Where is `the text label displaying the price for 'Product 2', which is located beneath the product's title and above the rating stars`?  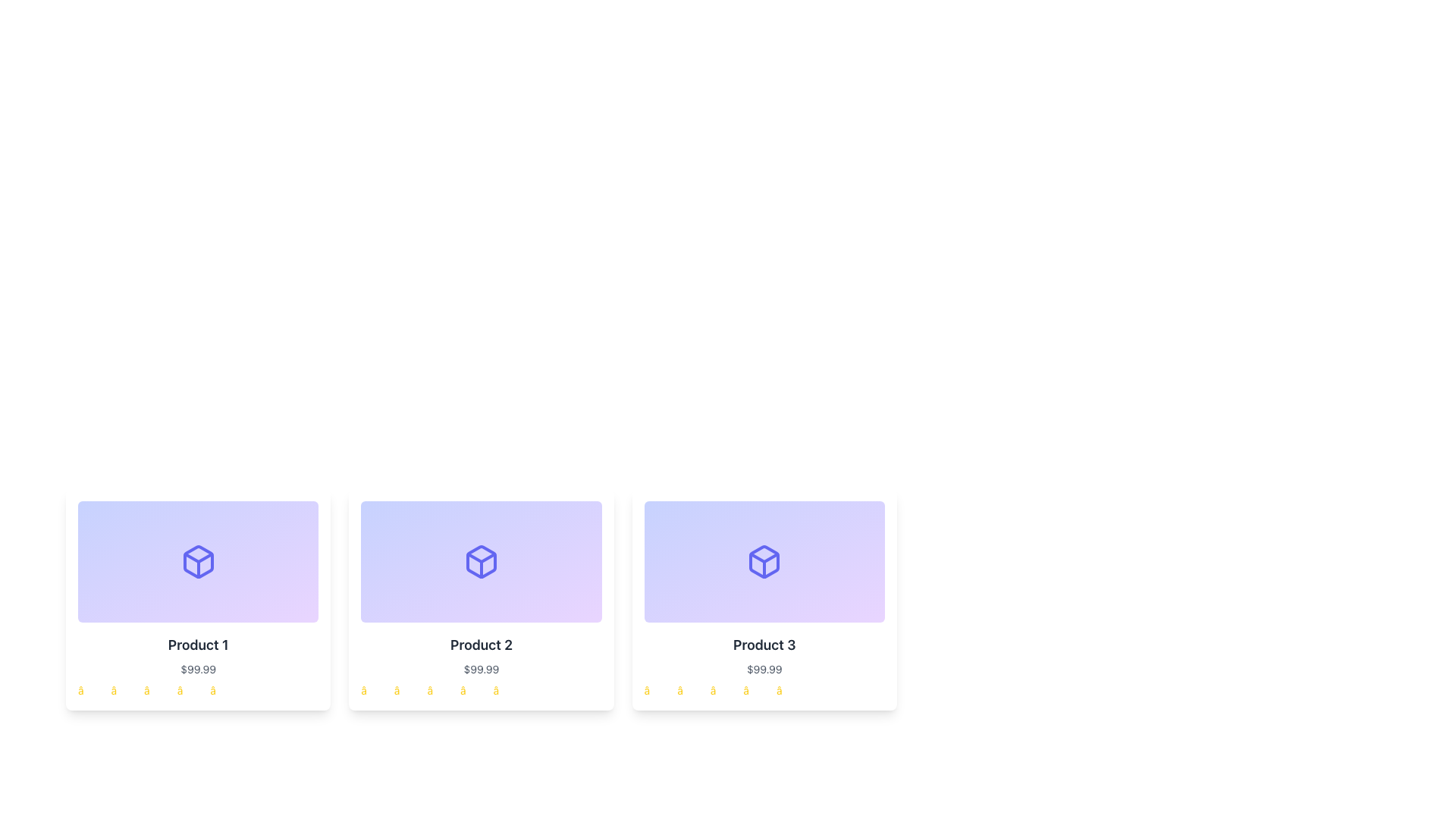 the text label displaying the price for 'Product 2', which is located beneath the product's title and above the rating stars is located at coordinates (480, 669).